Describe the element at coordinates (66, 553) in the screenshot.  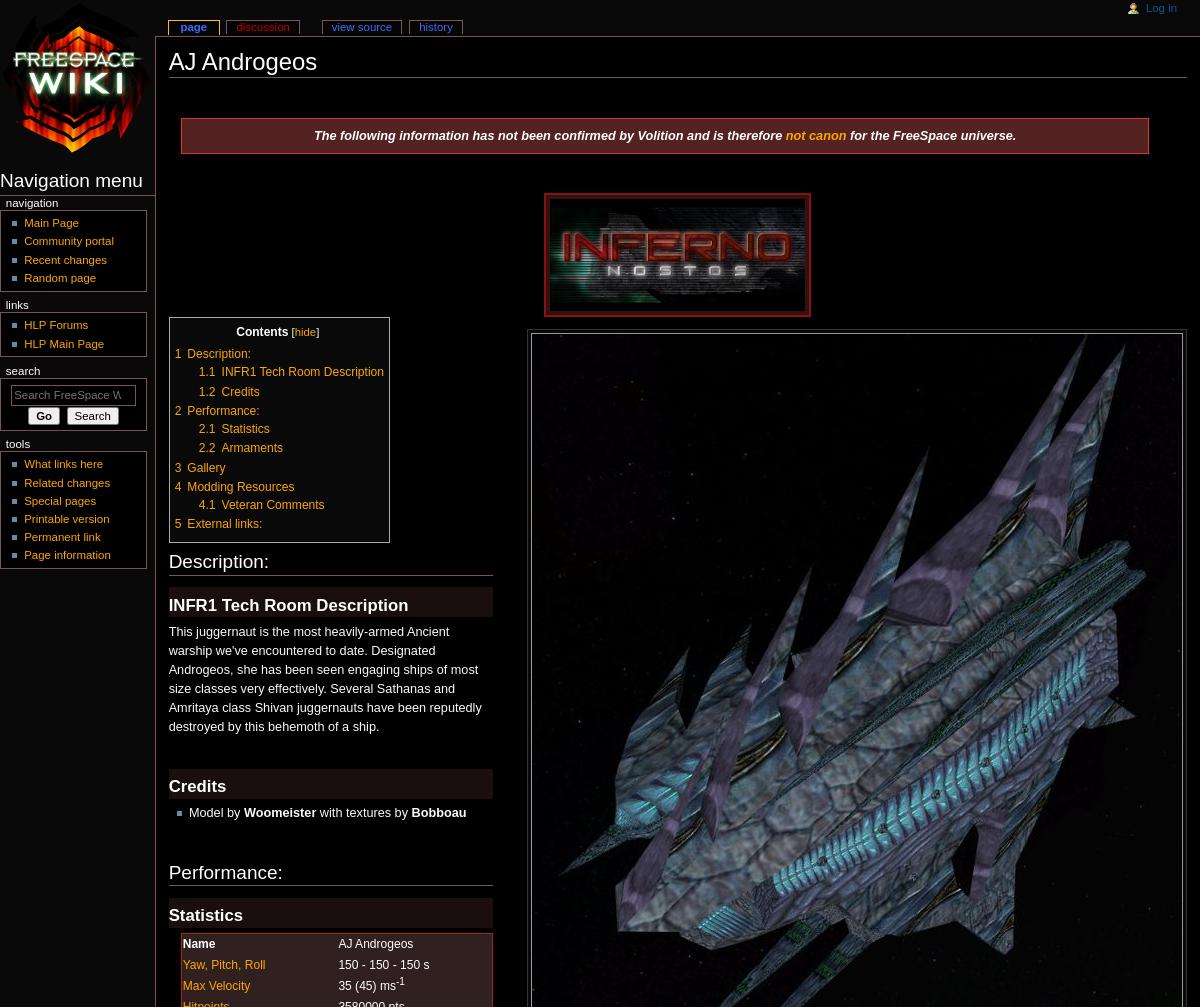
I see `'Page information'` at that location.